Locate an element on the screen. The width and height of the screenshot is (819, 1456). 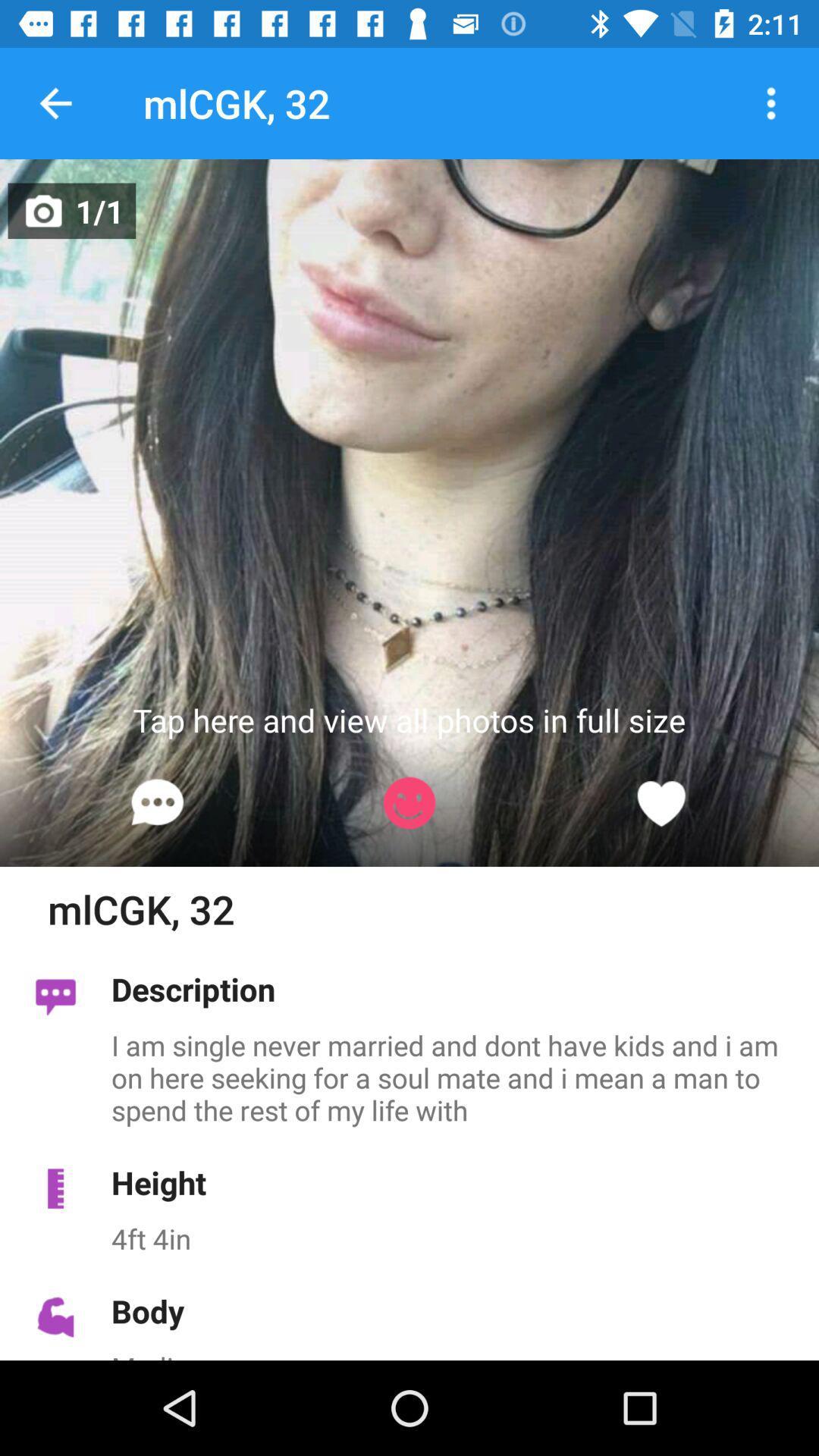
icon below height is located at coordinates (456, 1238).